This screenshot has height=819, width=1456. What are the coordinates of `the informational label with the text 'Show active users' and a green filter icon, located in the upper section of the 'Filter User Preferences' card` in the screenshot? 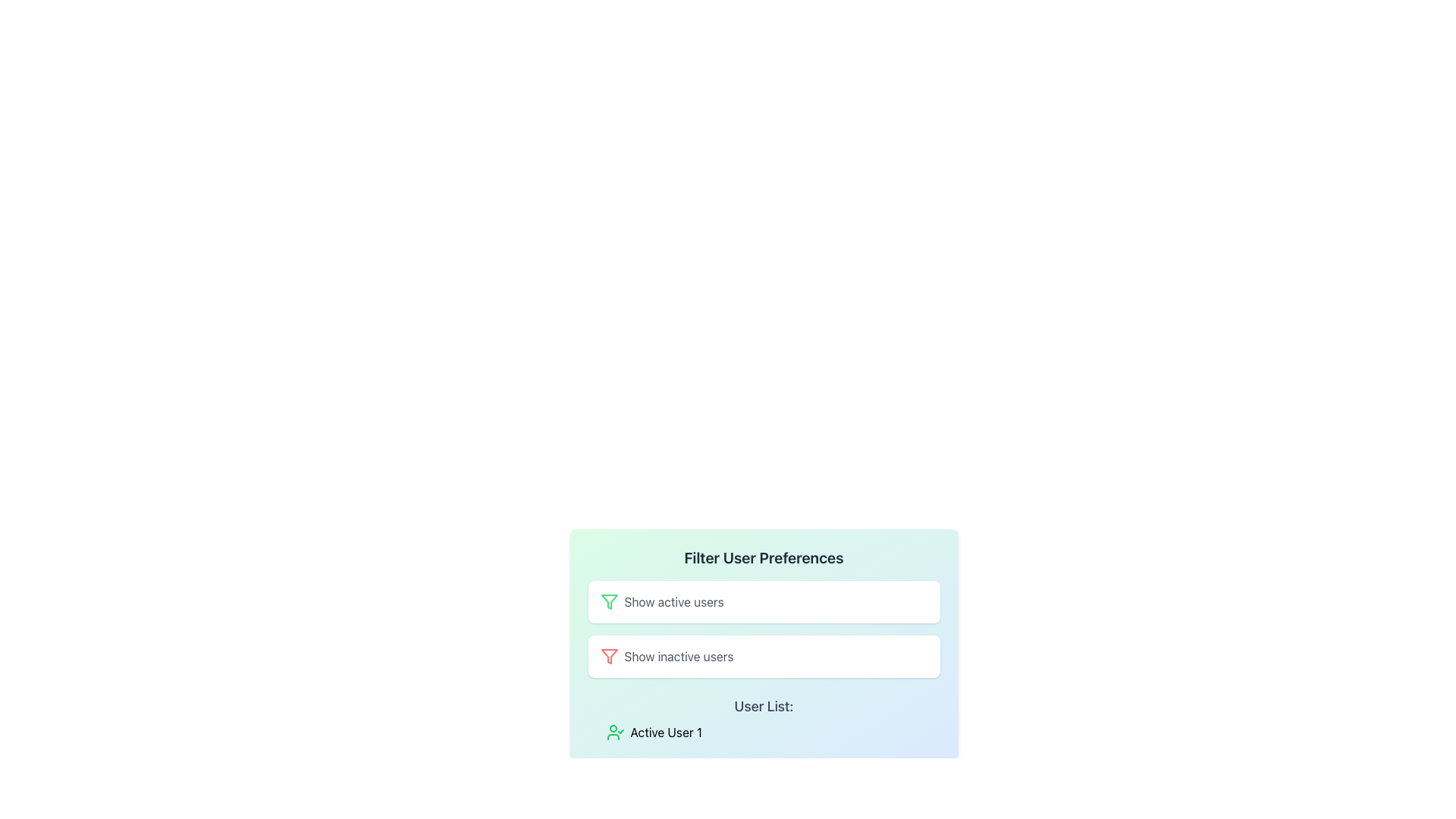 It's located at (662, 601).